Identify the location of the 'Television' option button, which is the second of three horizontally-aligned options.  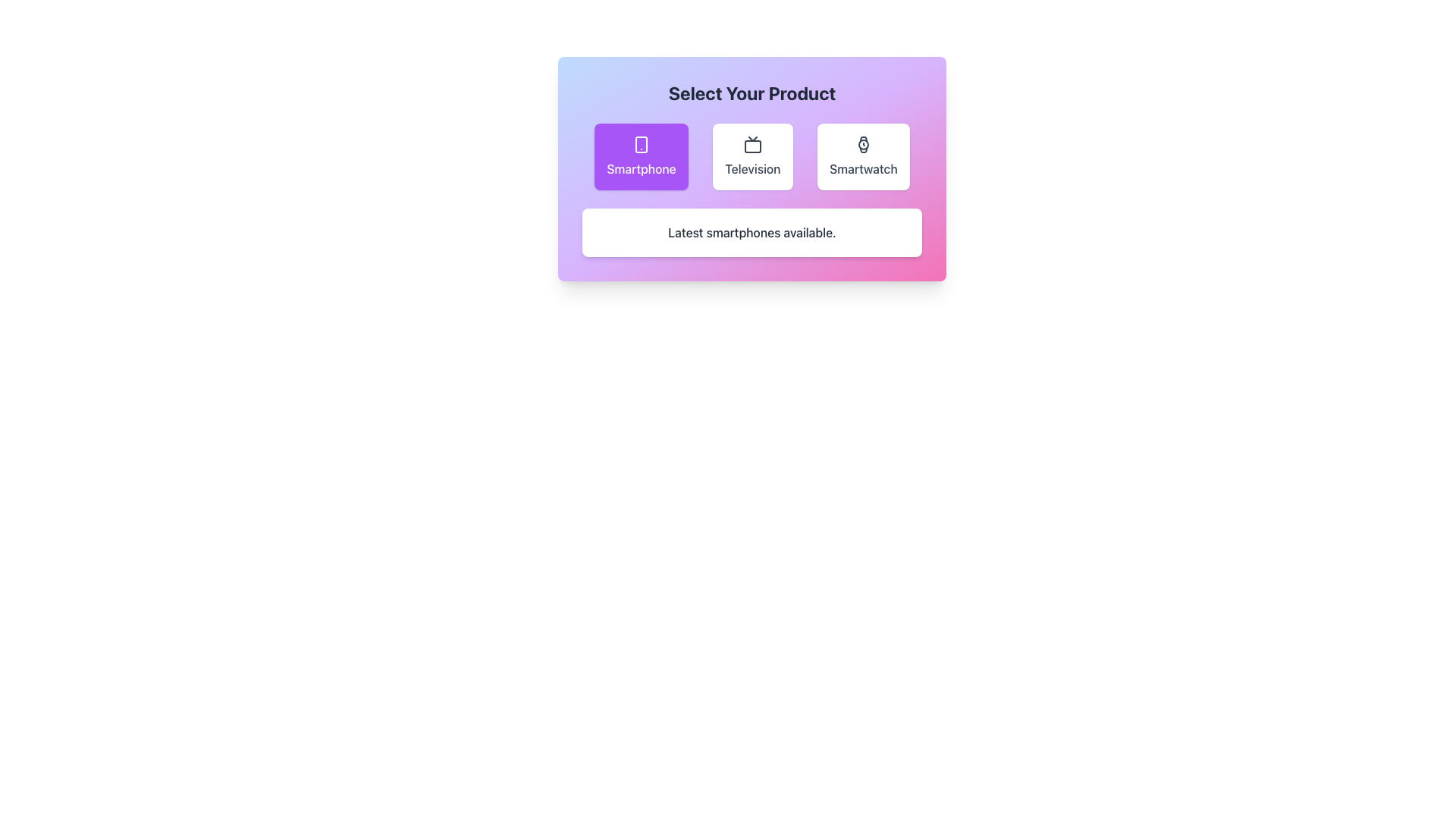
(752, 157).